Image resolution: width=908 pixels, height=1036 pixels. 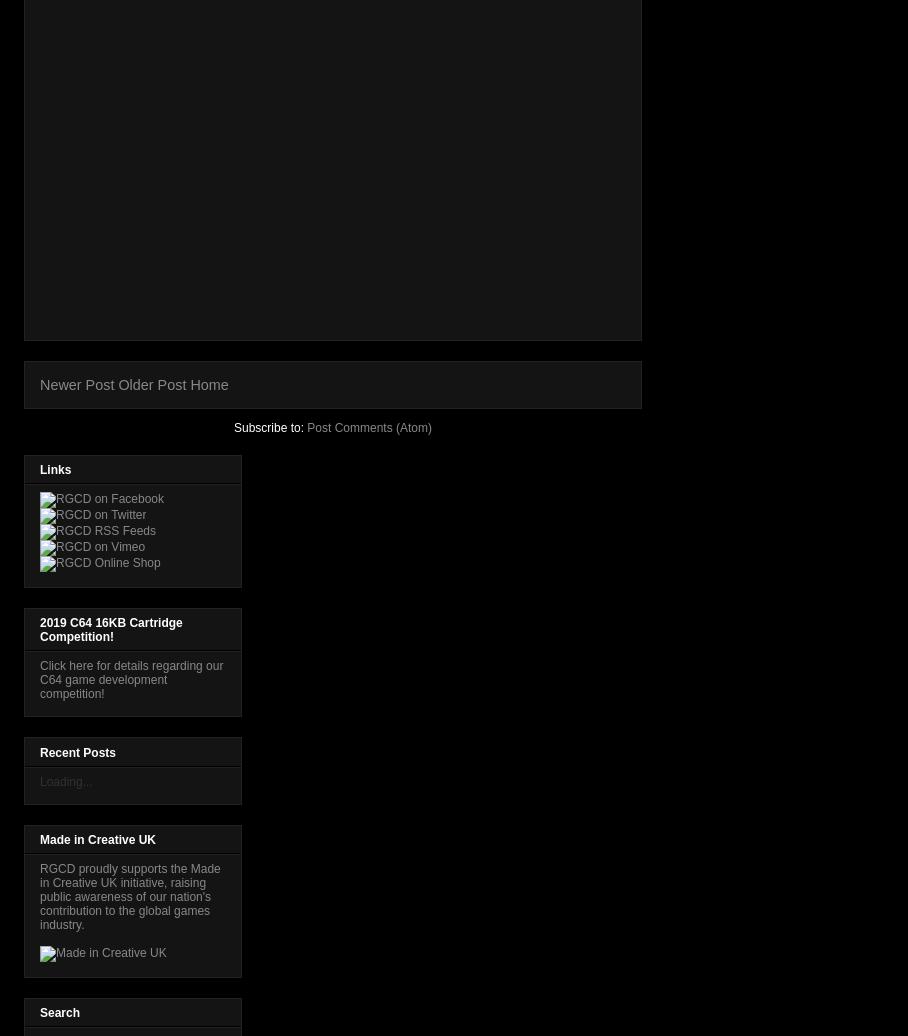 I want to click on 'Search', so click(x=60, y=1011).